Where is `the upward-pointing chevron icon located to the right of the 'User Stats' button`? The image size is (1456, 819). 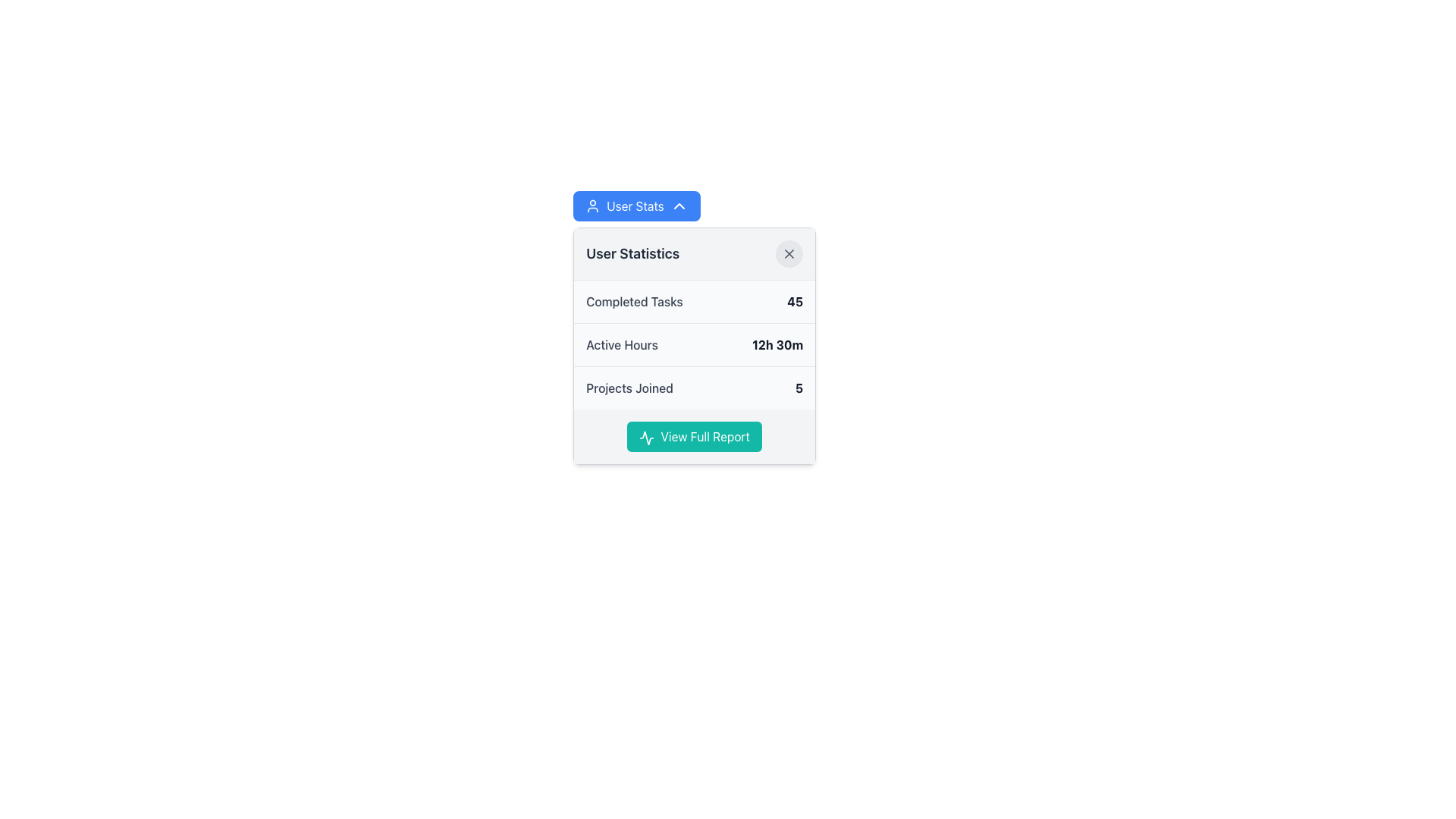 the upward-pointing chevron icon located to the right of the 'User Stats' button is located at coordinates (678, 206).